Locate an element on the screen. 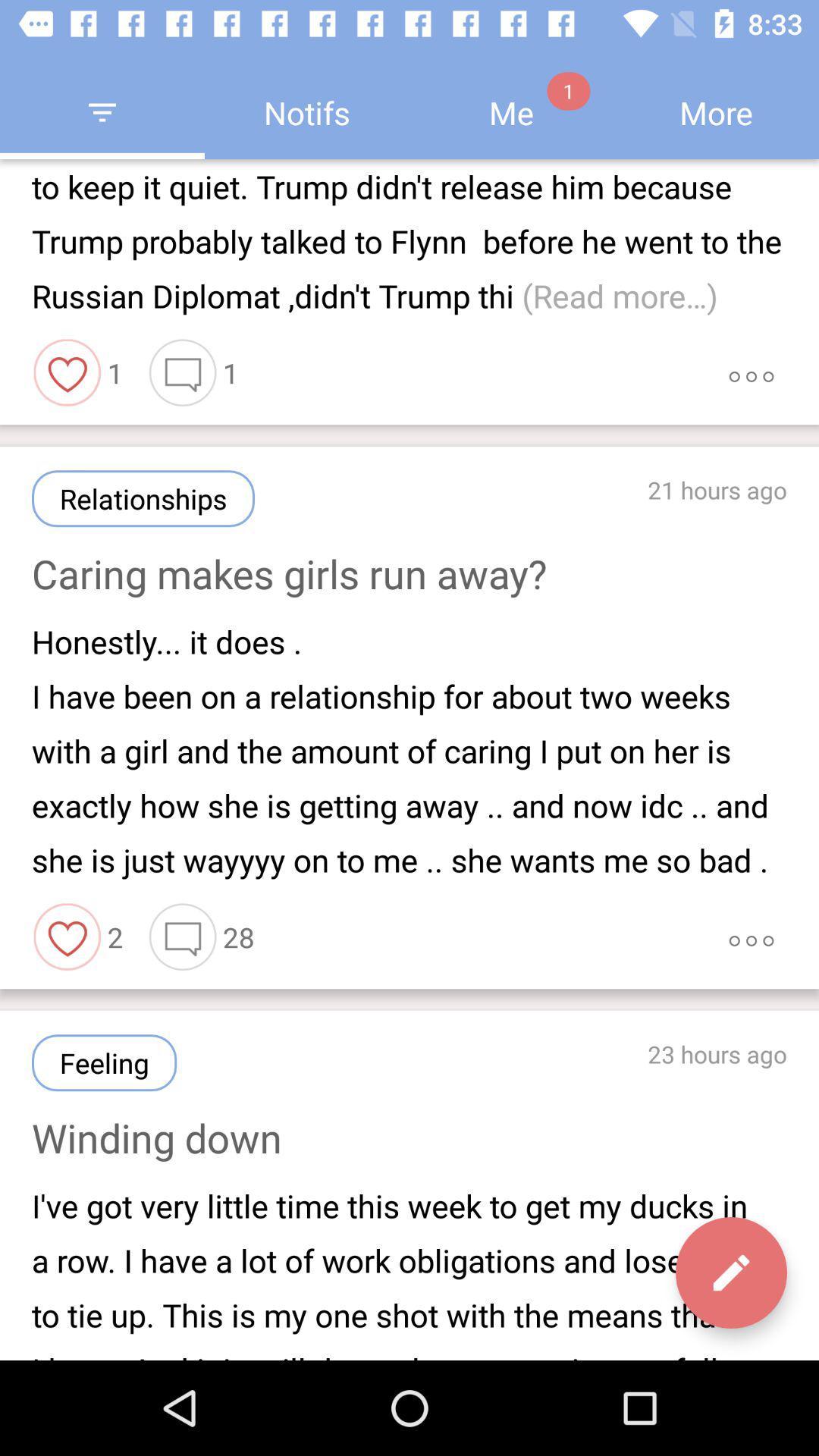 Image resolution: width=819 pixels, height=1456 pixels. the edit icon is located at coordinates (730, 1272).